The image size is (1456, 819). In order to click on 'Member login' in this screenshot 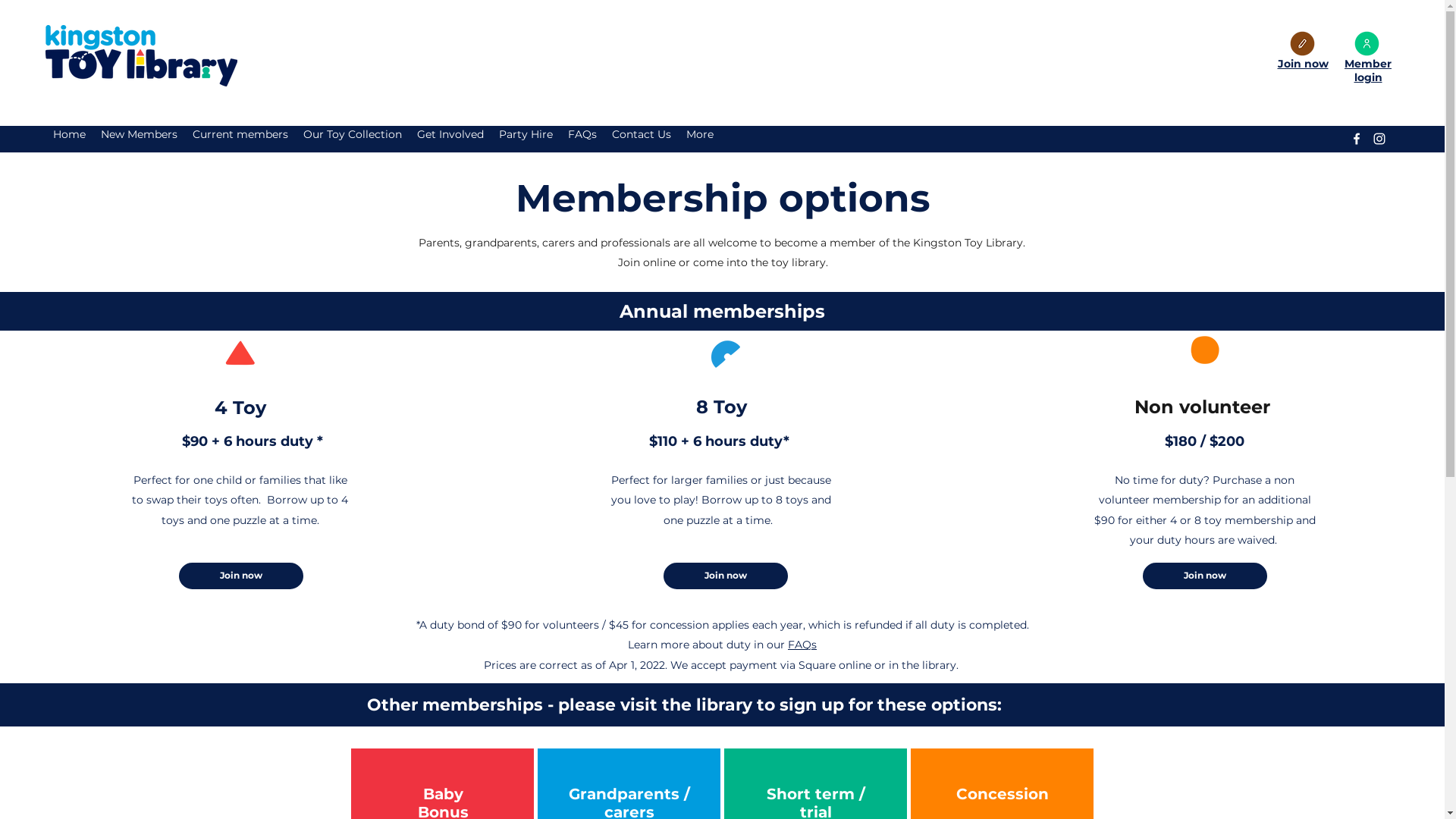, I will do `click(1368, 70)`.